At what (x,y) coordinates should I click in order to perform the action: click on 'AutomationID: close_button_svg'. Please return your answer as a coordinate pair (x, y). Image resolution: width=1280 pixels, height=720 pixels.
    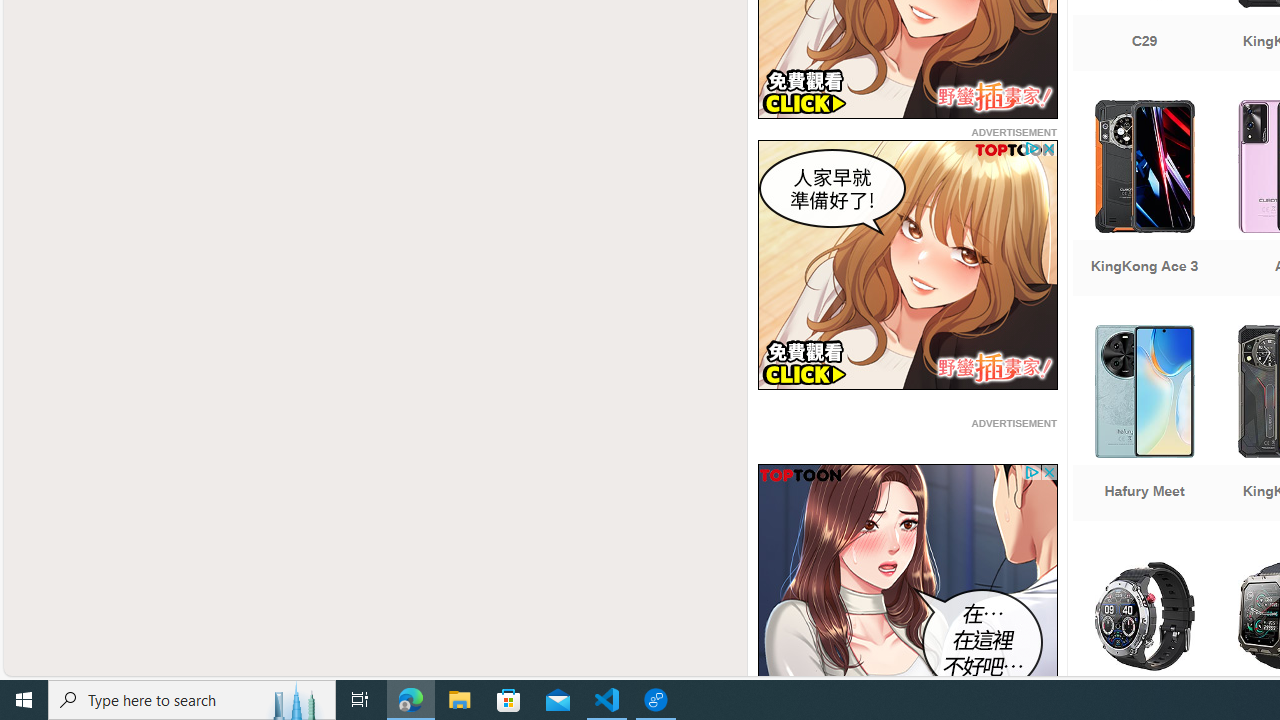
    Looking at the image, I should click on (1047, 473).